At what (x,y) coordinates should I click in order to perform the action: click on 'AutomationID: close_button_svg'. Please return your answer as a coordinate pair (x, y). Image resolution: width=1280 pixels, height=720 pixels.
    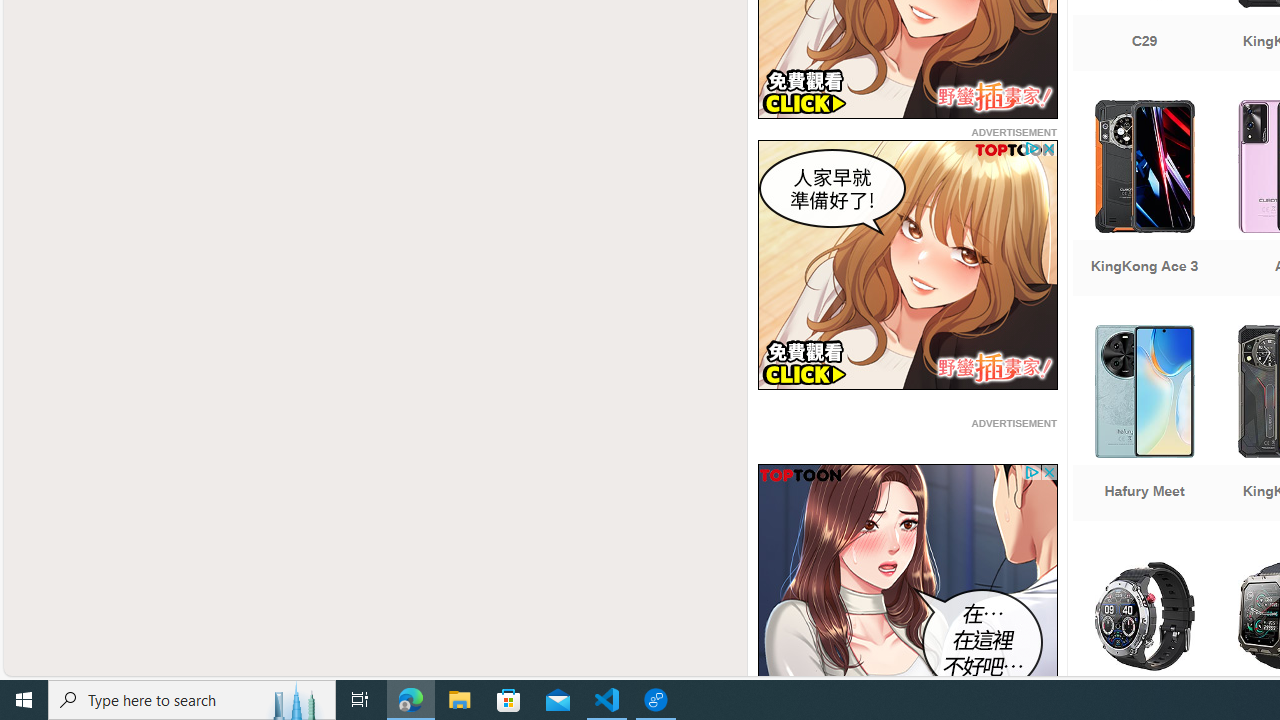
    Looking at the image, I should click on (1047, 473).